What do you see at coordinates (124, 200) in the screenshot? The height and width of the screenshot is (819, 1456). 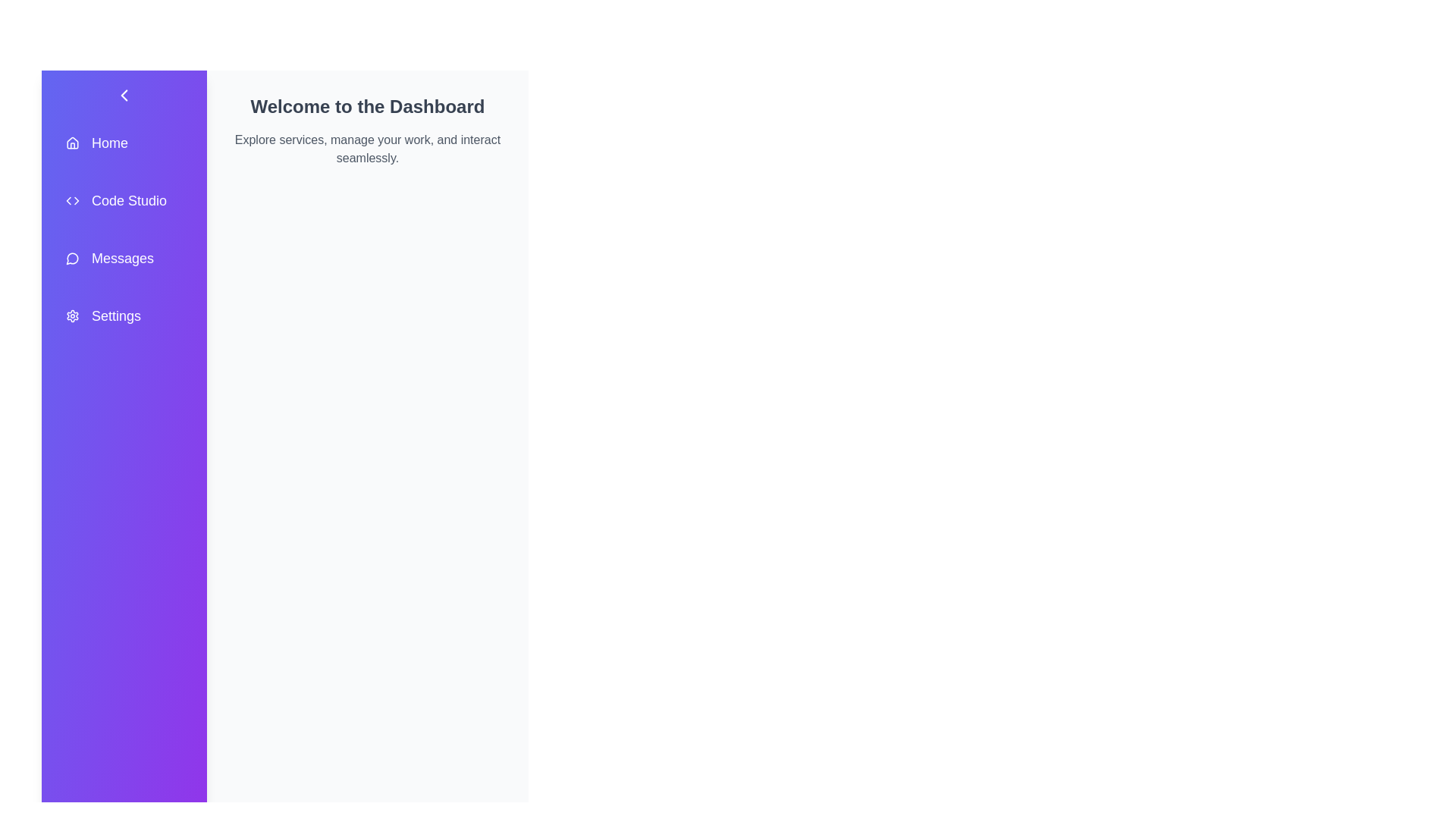 I see `the menu item labeled 'Code Studio' to observe its hover effect` at bounding box center [124, 200].